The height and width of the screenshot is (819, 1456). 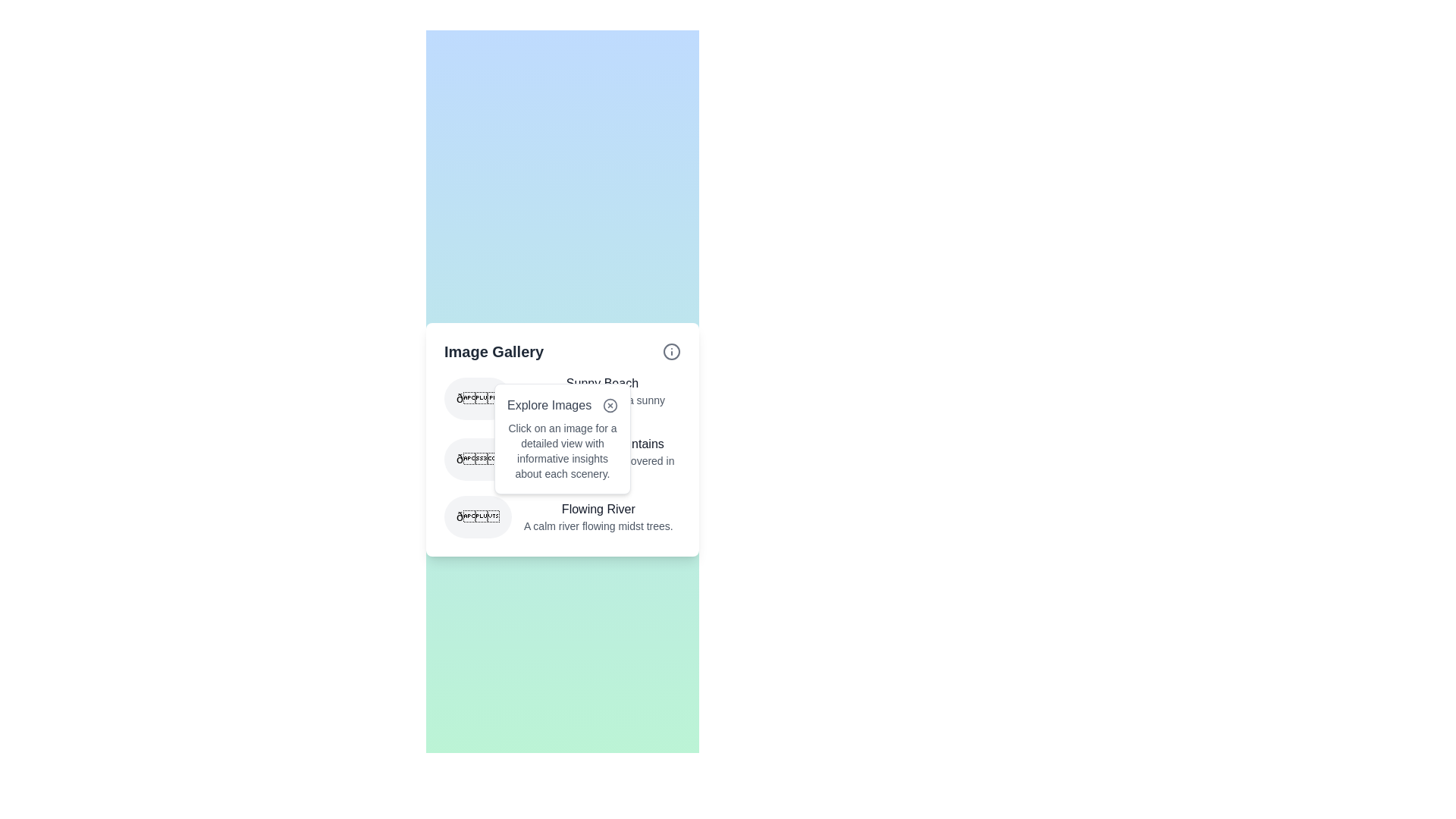 What do you see at coordinates (598, 509) in the screenshot?
I see `the 'Flowing River' text label, which is a black medium-weight font element centered at the top of its card in the 'Image Gallery' section` at bounding box center [598, 509].